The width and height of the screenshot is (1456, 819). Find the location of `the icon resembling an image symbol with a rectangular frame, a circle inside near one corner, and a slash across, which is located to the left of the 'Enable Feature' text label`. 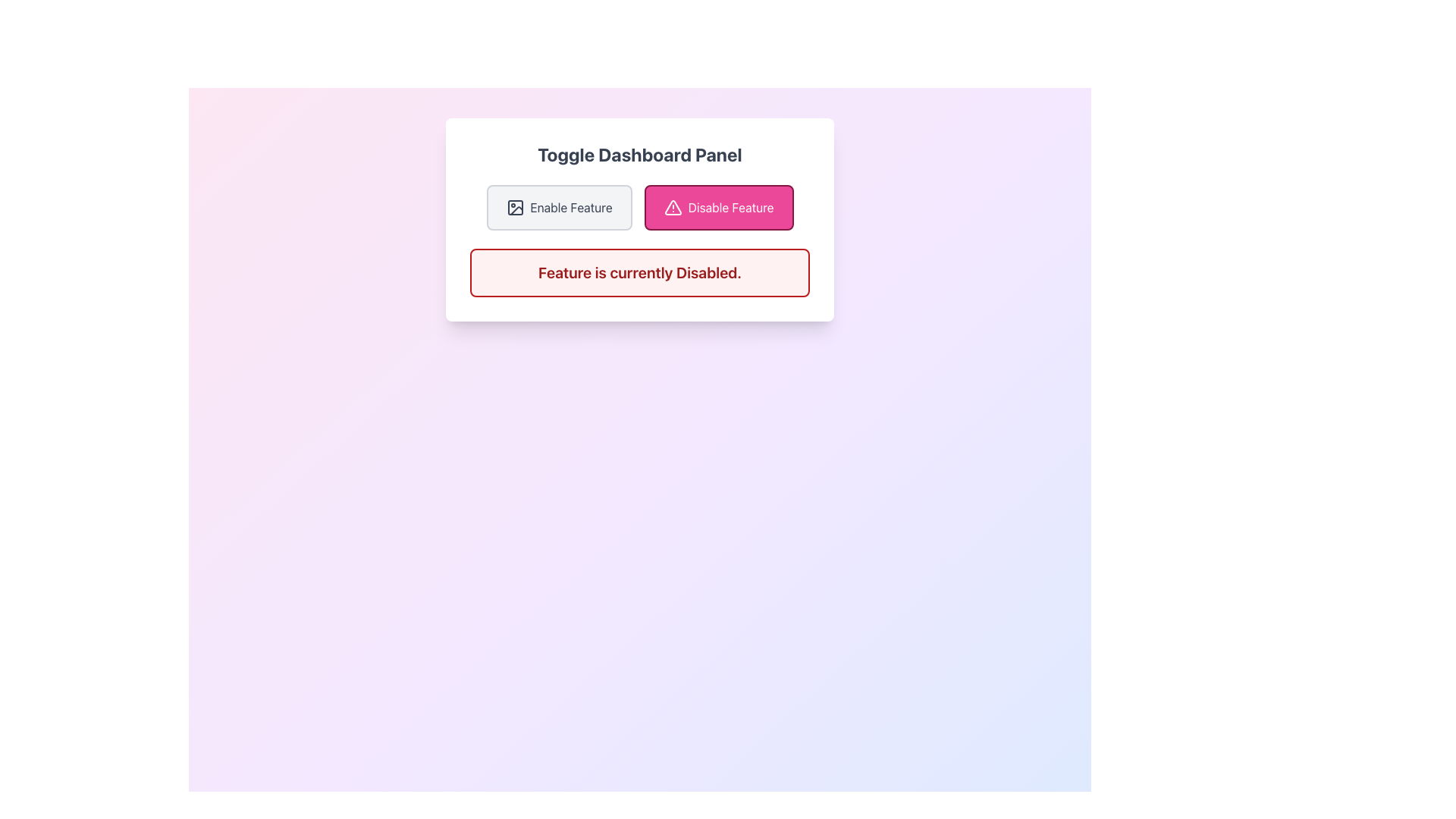

the icon resembling an image symbol with a rectangular frame, a circle inside near one corner, and a slash across, which is located to the left of the 'Enable Feature' text label is located at coordinates (515, 207).